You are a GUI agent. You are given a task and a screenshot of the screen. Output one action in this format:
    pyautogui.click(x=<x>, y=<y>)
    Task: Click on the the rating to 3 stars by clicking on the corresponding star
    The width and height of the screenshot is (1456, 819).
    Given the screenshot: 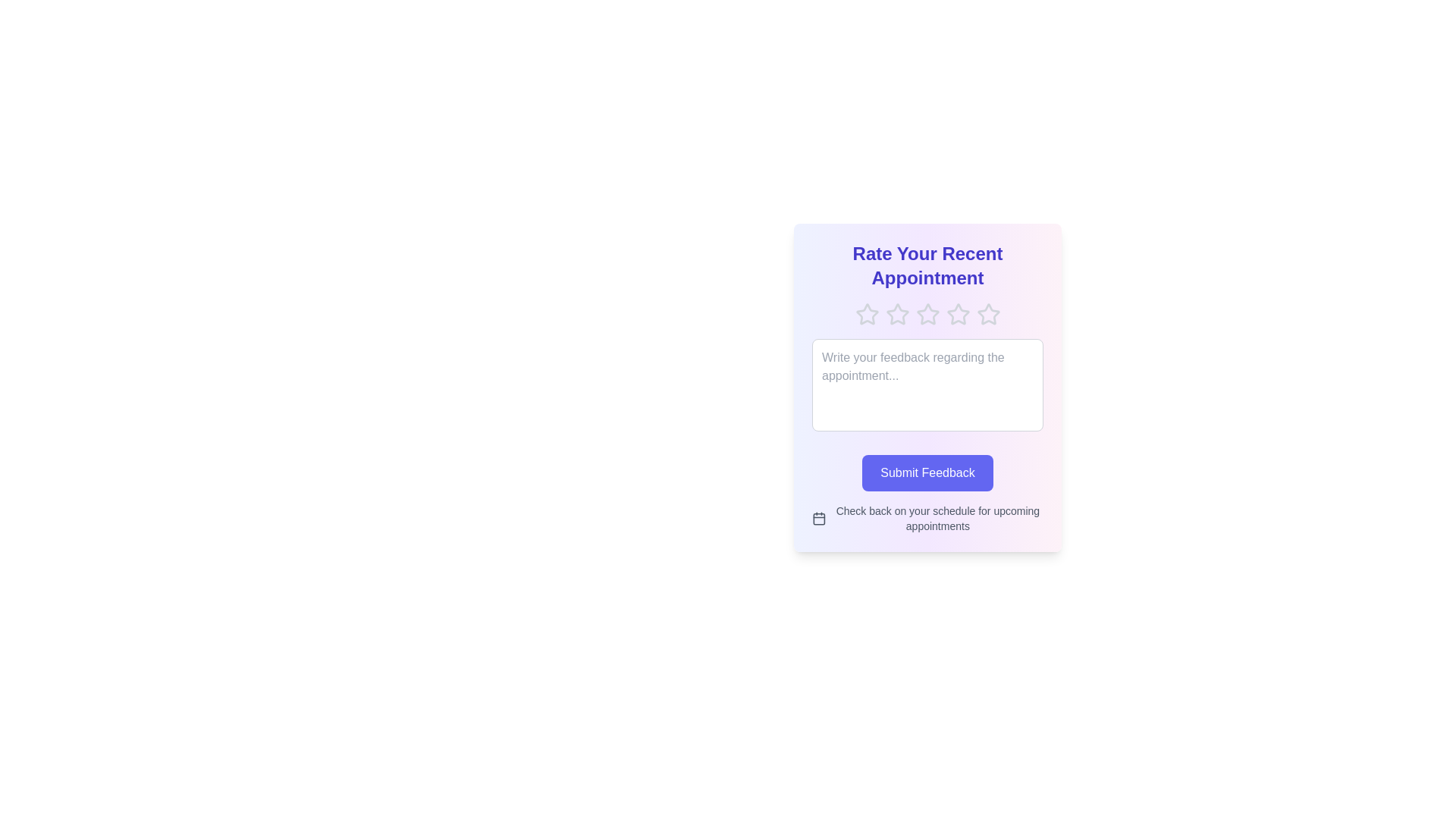 What is the action you would take?
    pyautogui.click(x=927, y=314)
    